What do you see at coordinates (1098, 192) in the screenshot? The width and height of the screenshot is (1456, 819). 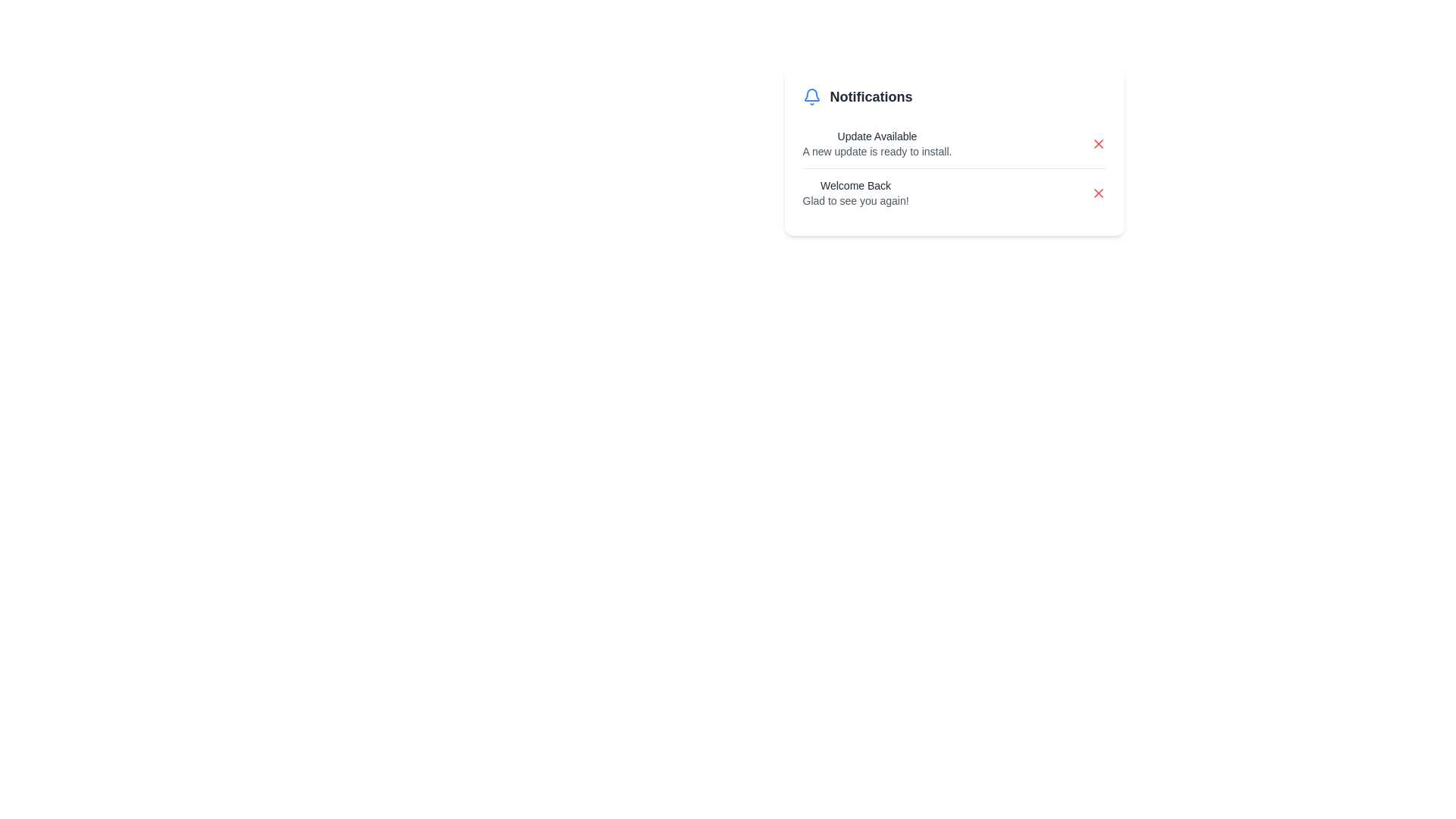 I see `the small red Close button, which resembles a framed 'X' symbol, located at the bottom-right corner of the 'Welcome Back' notification panel` at bounding box center [1098, 192].